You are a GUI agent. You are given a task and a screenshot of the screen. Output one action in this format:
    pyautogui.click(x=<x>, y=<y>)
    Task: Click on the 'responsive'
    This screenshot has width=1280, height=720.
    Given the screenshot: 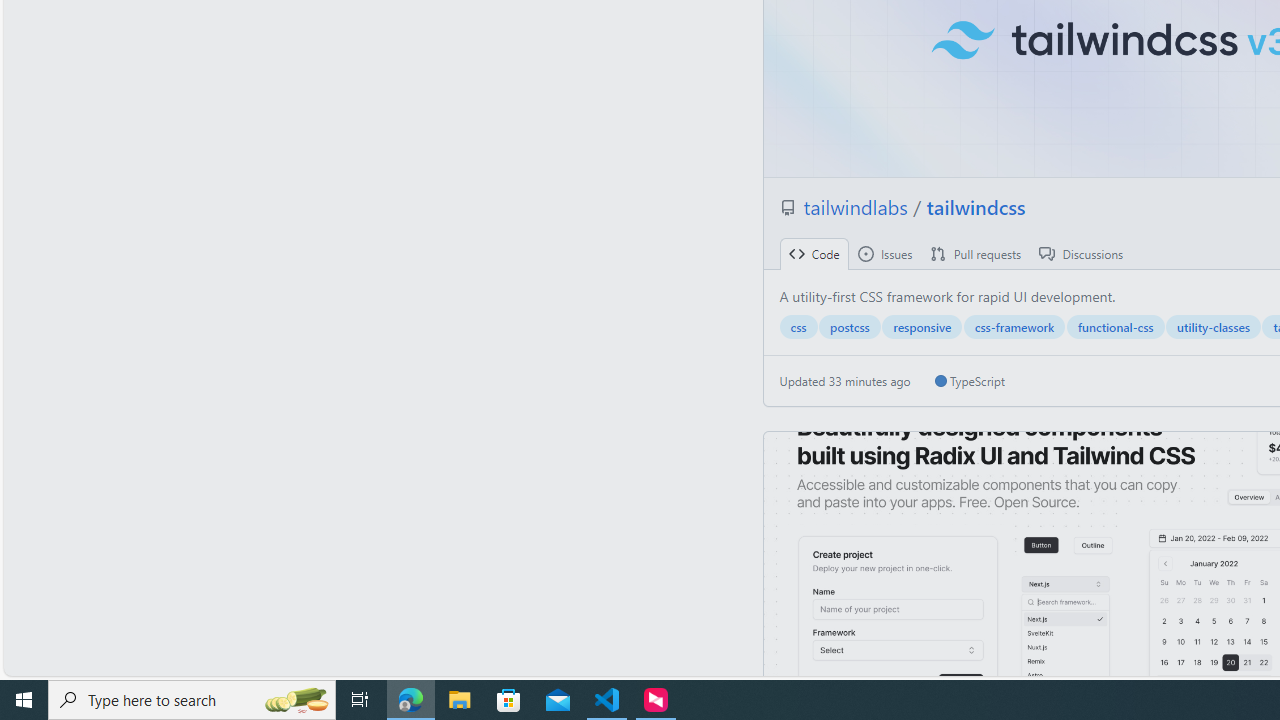 What is the action you would take?
    pyautogui.click(x=921, y=326)
    